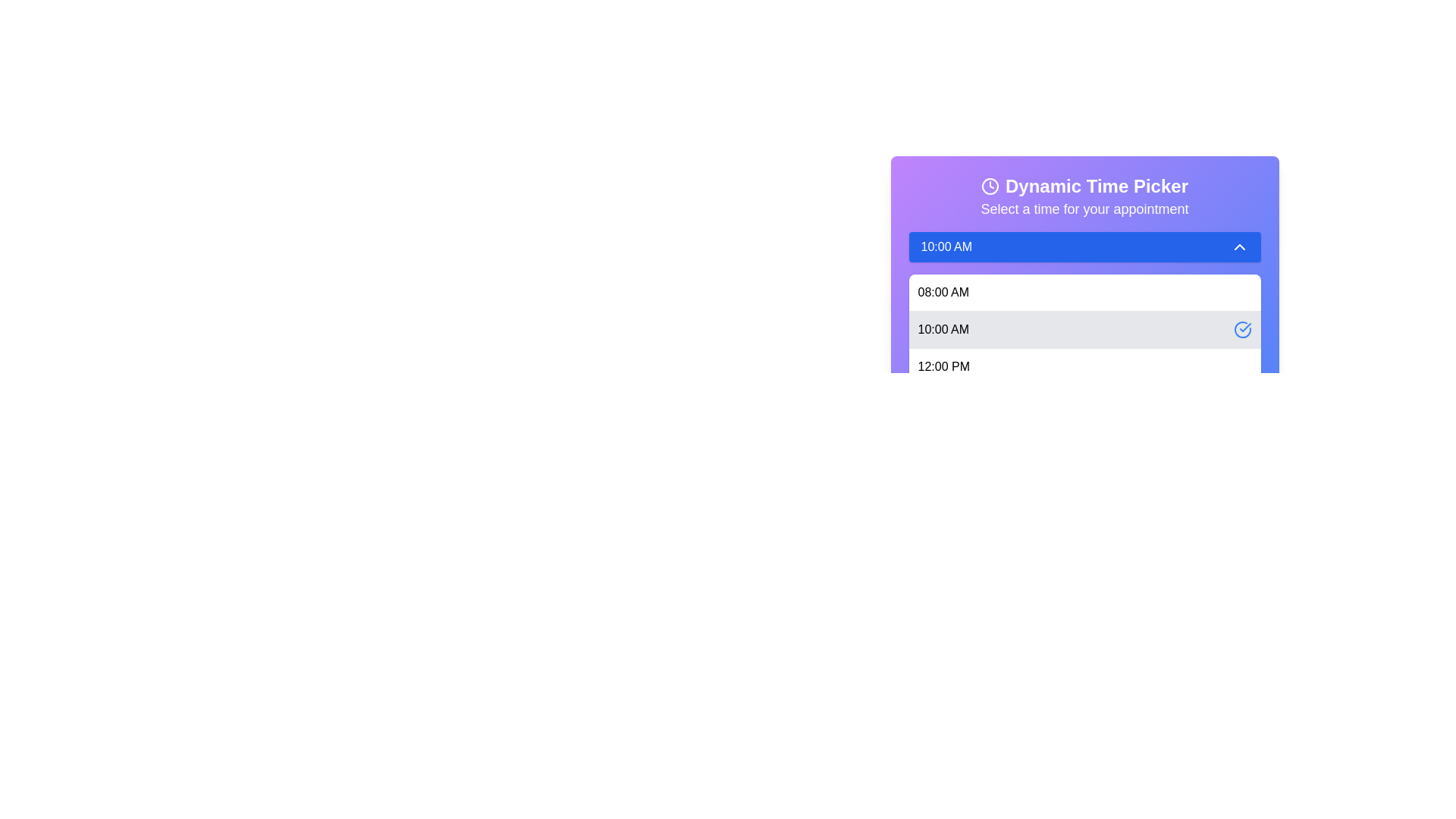 The width and height of the screenshot is (1456, 819). What do you see at coordinates (1084, 348) in the screenshot?
I see `the second selectable time slot in the dropdown menu under the 'Dynamic Time Picker' heading` at bounding box center [1084, 348].